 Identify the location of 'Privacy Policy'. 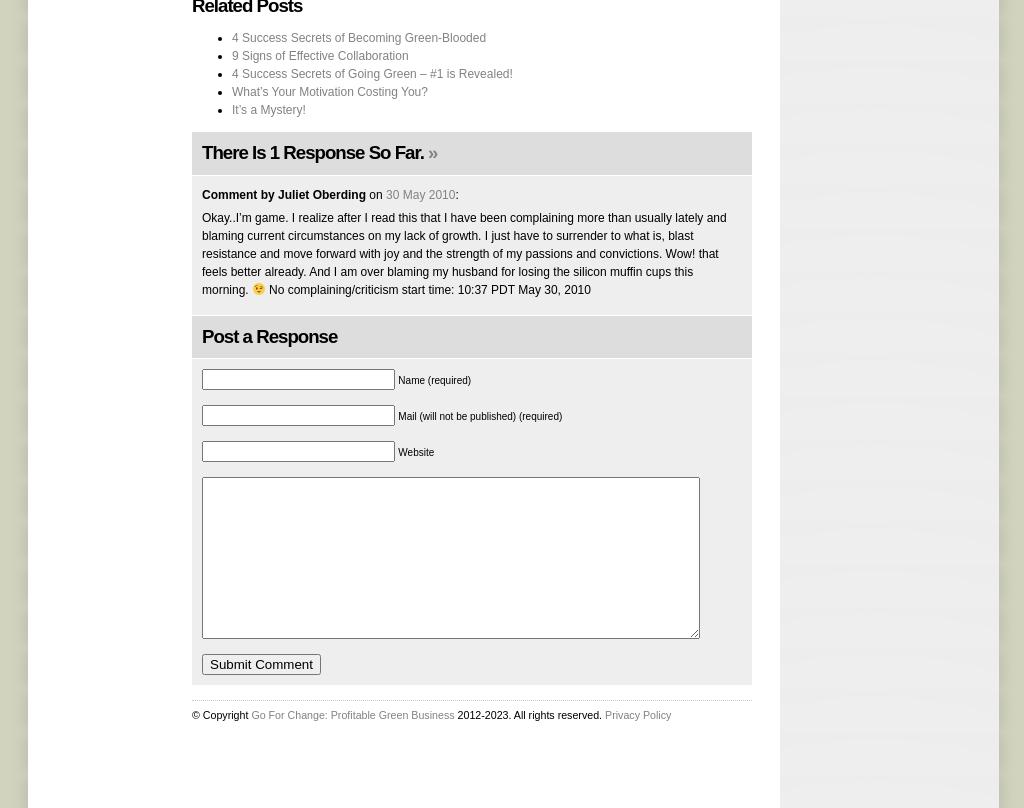
(637, 713).